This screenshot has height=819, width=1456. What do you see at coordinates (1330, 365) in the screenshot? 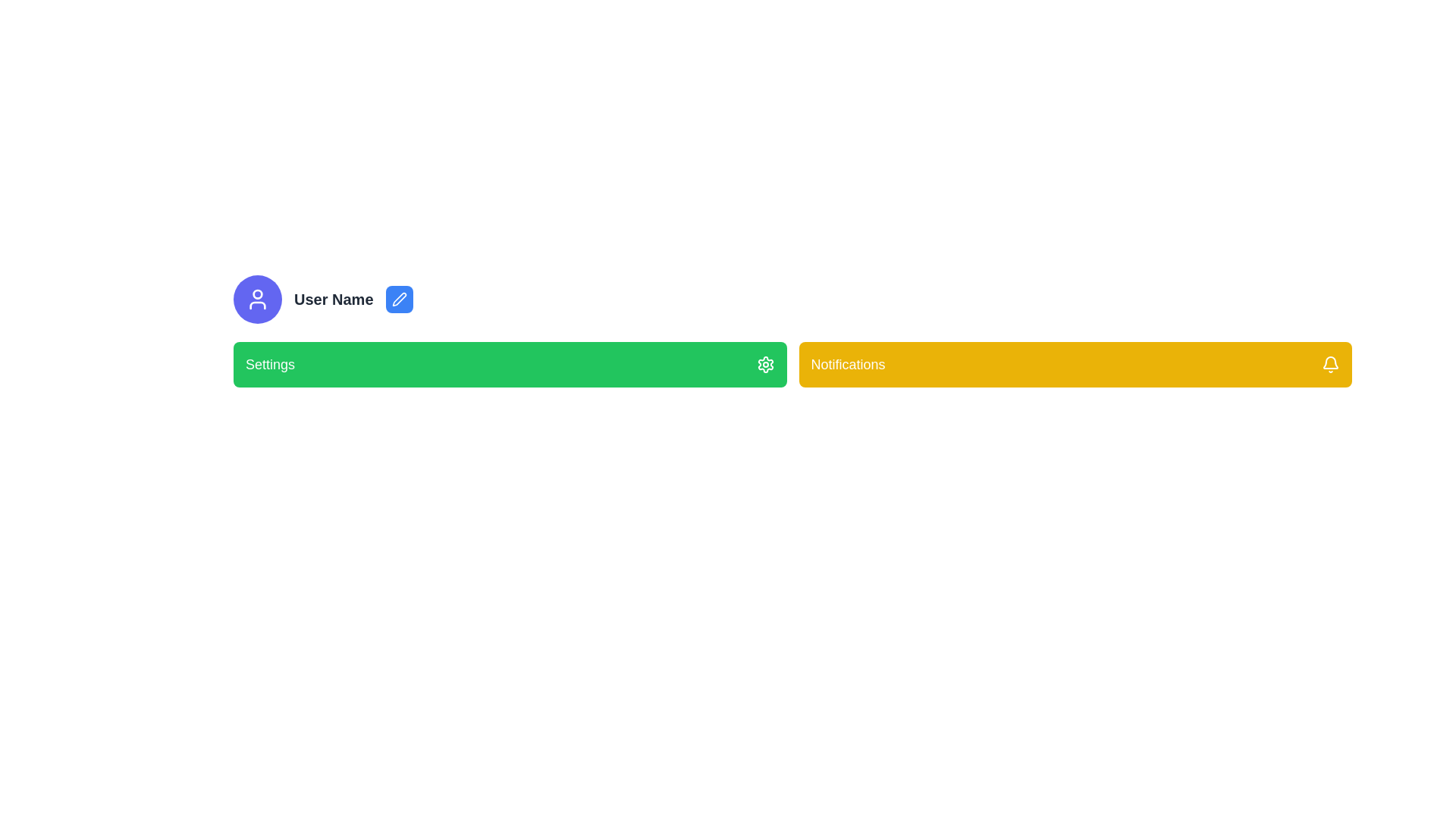
I see `the bell icon, which represents notifications and is located within the yellow notification button, adjacent to the text 'Notifications'` at bounding box center [1330, 365].